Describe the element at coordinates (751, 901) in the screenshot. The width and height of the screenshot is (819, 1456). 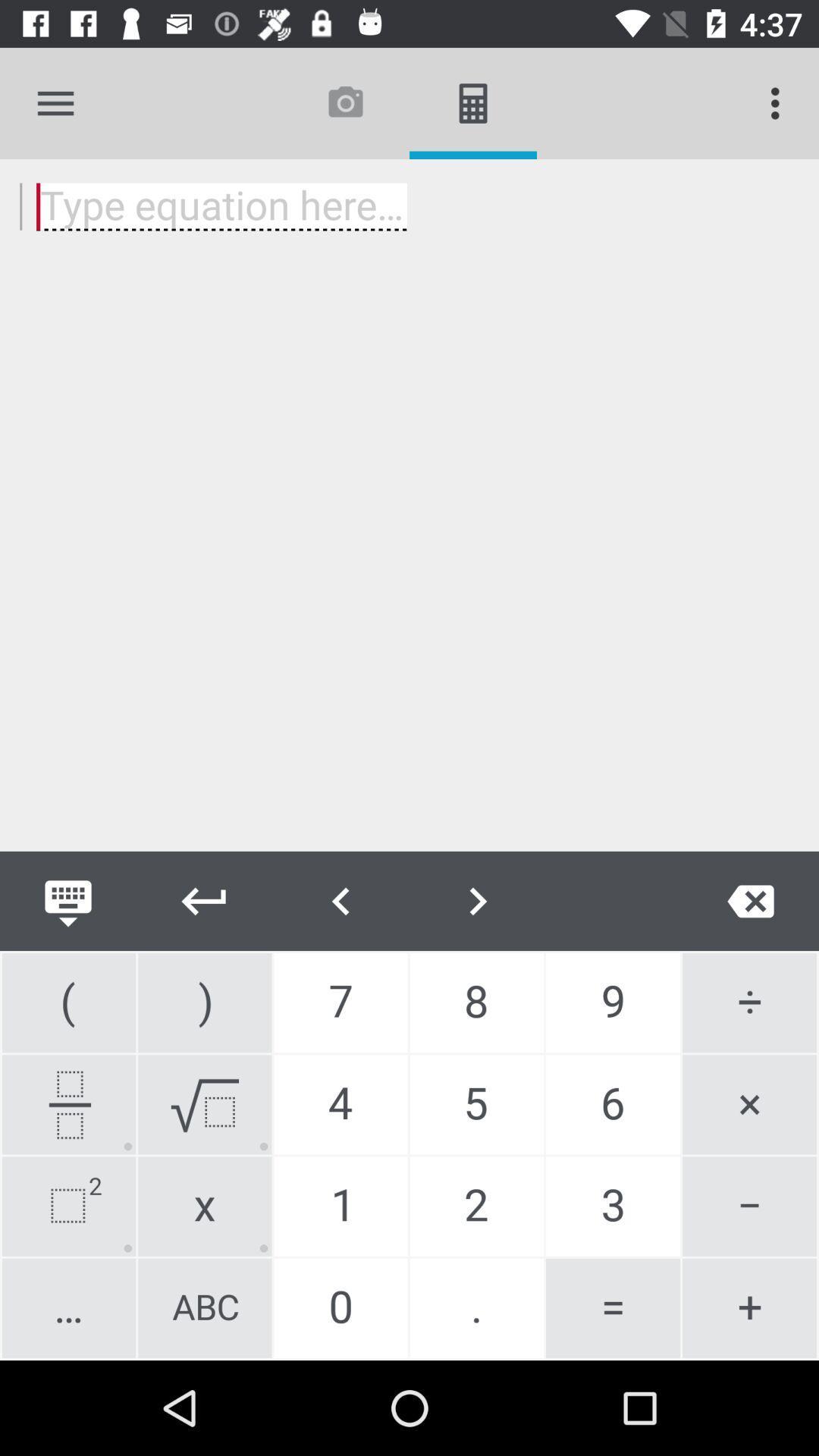
I see `backspace` at that location.